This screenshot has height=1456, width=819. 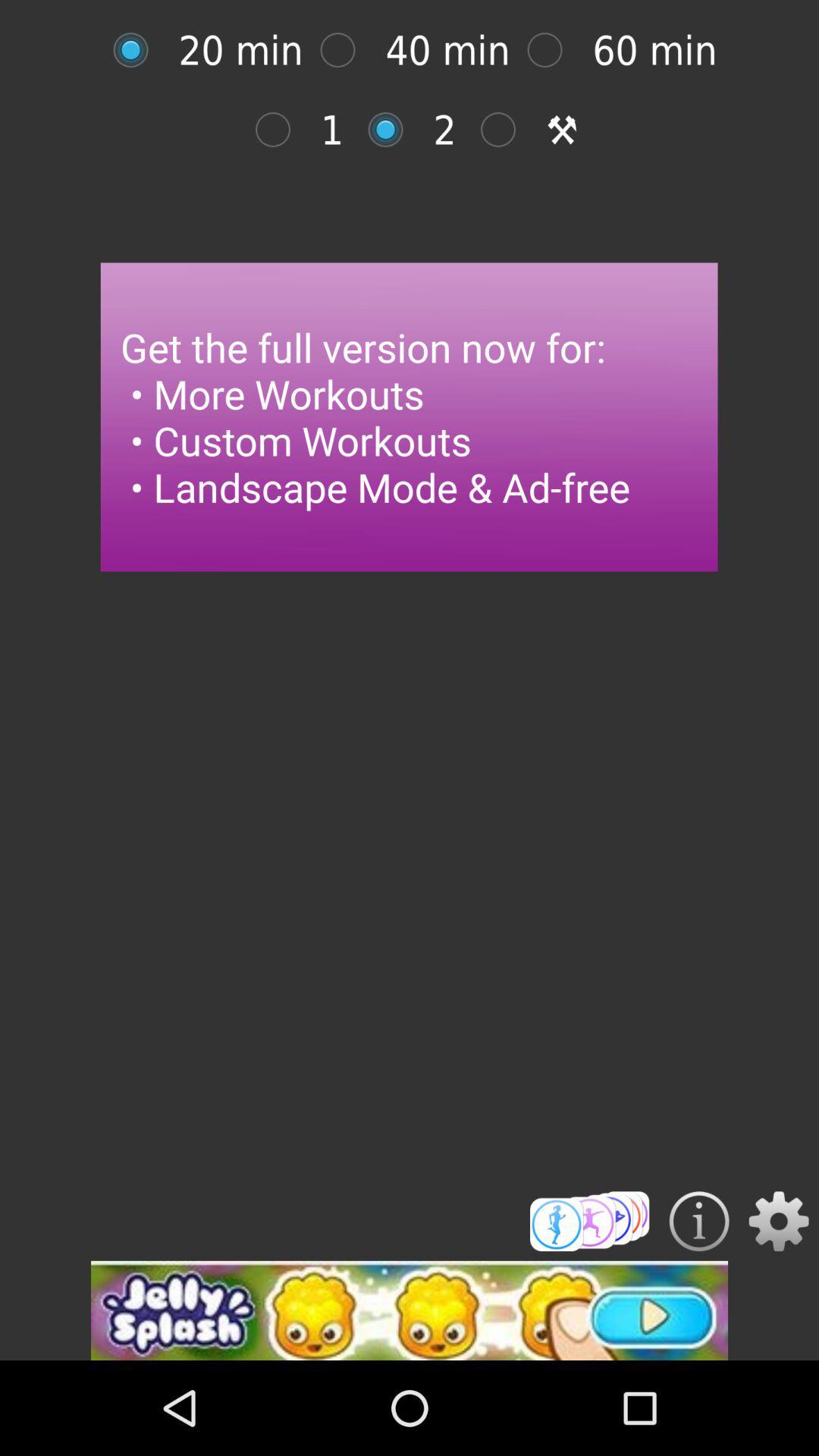 What do you see at coordinates (345, 50) in the screenshot?
I see `selection option` at bounding box center [345, 50].